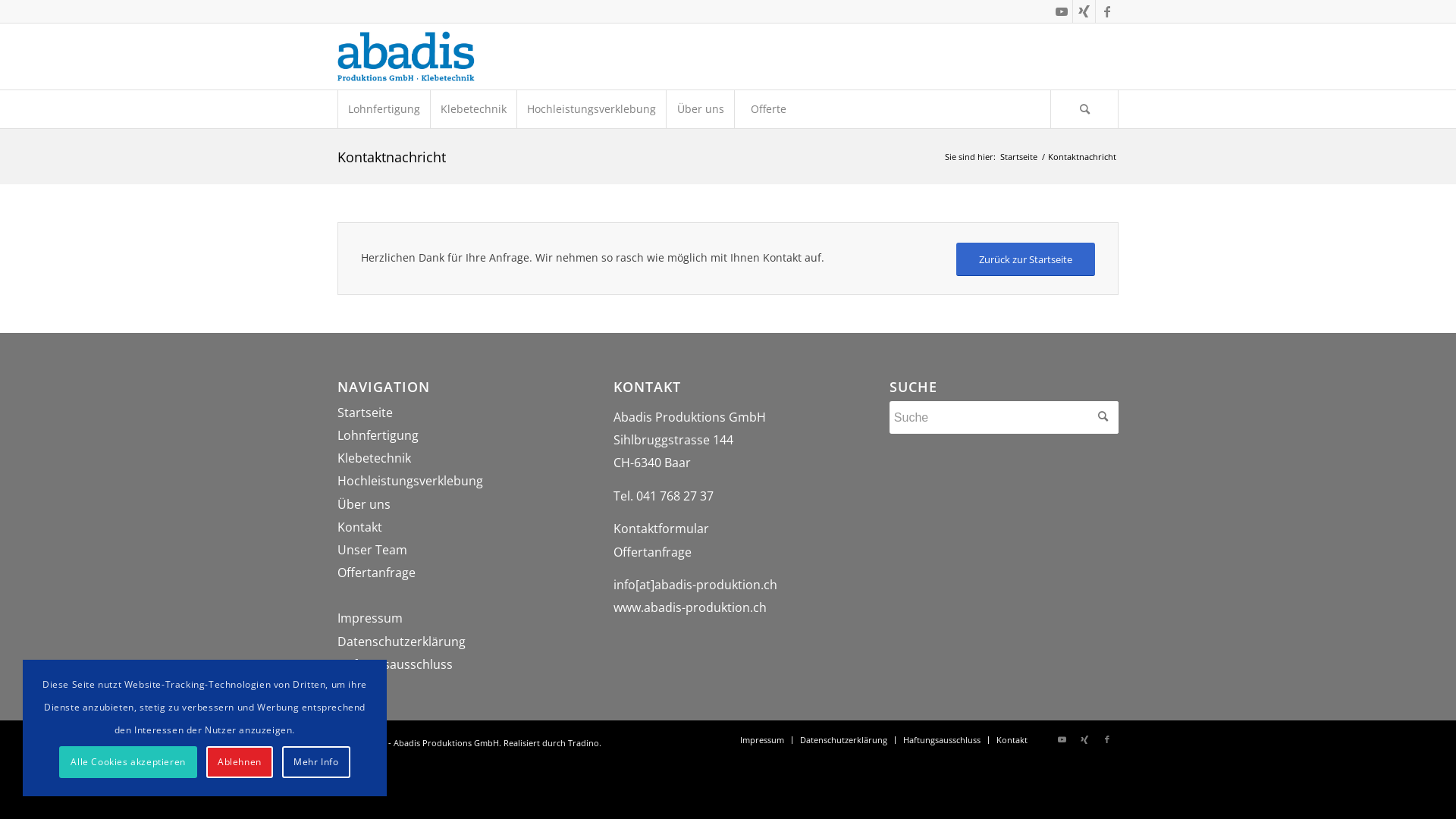 Image resolution: width=1456 pixels, height=819 pixels. What do you see at coordinates (407, 55) in the screenshot?
I see `'Abadis Produktions GmbH'` at bounding box center [407, 55].